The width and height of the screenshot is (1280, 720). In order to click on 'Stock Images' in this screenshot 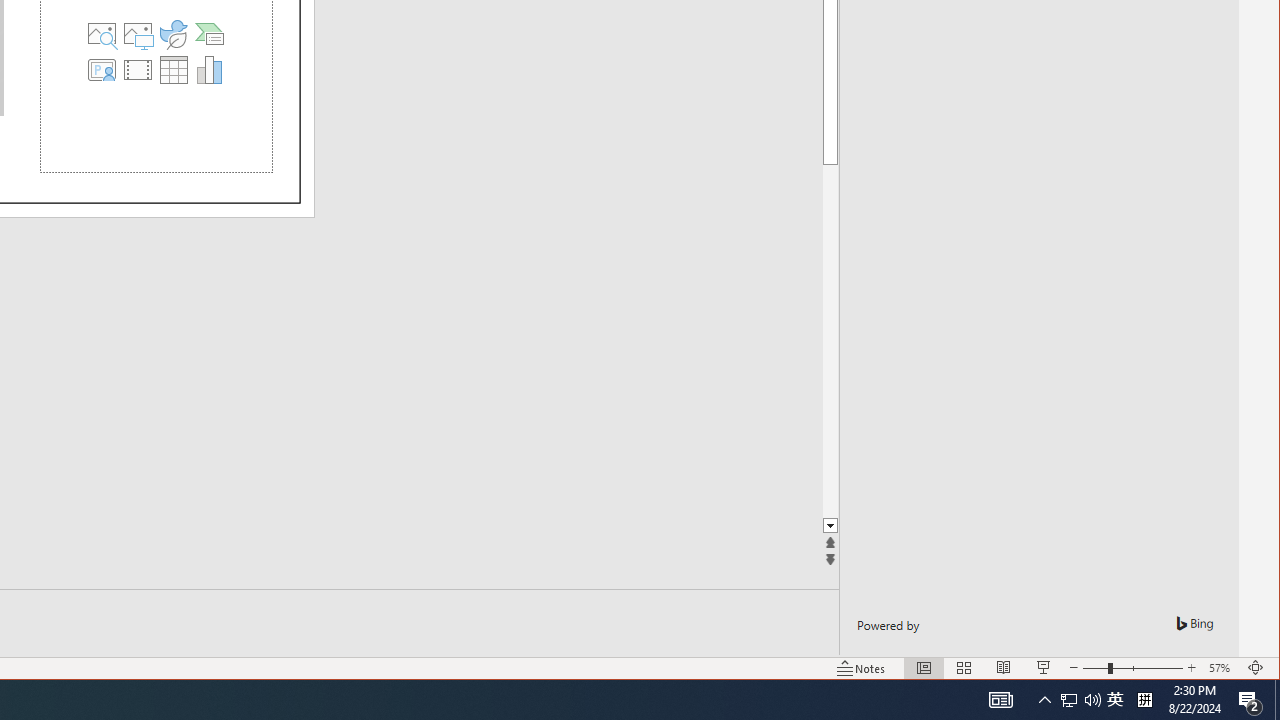, I will do `click(100, 33)`.